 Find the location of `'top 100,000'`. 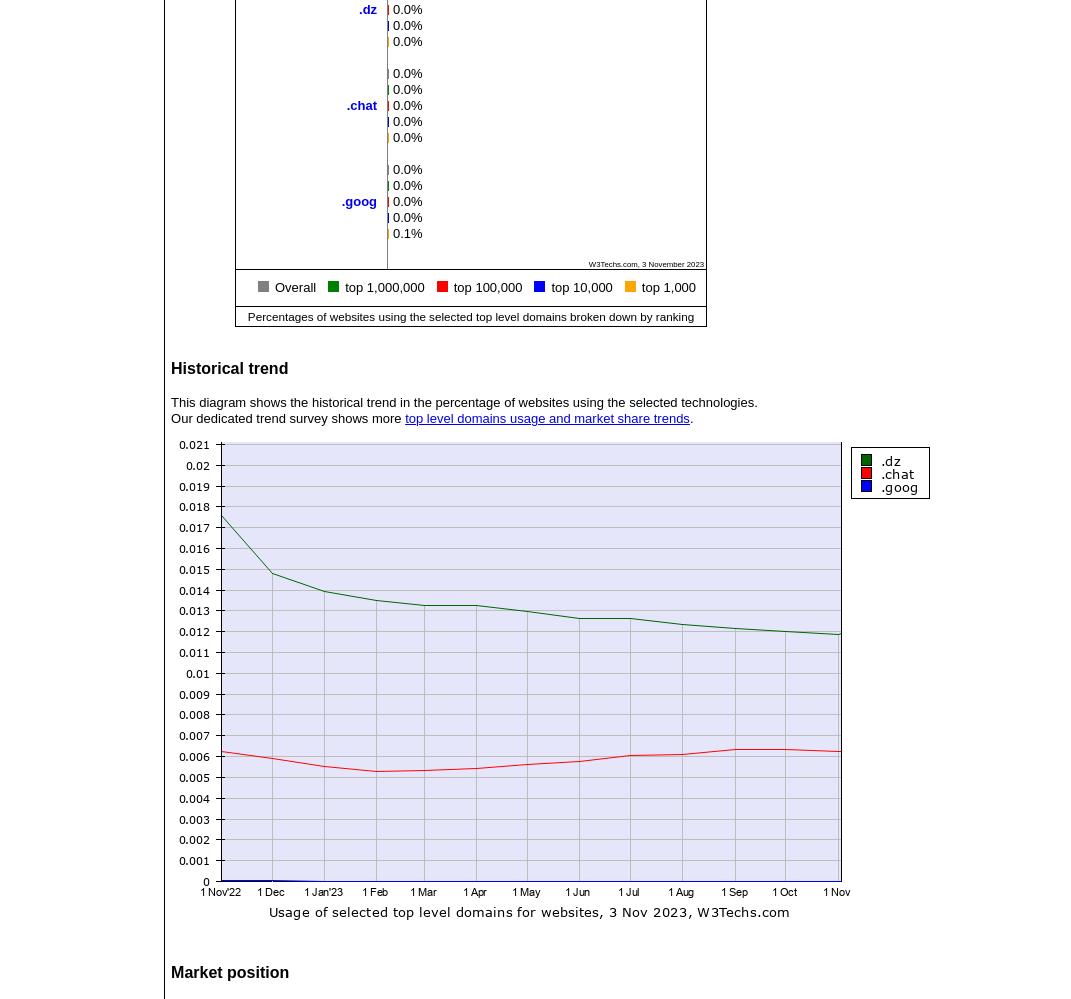

'top 100,000' is located at coordinates (453, 286).